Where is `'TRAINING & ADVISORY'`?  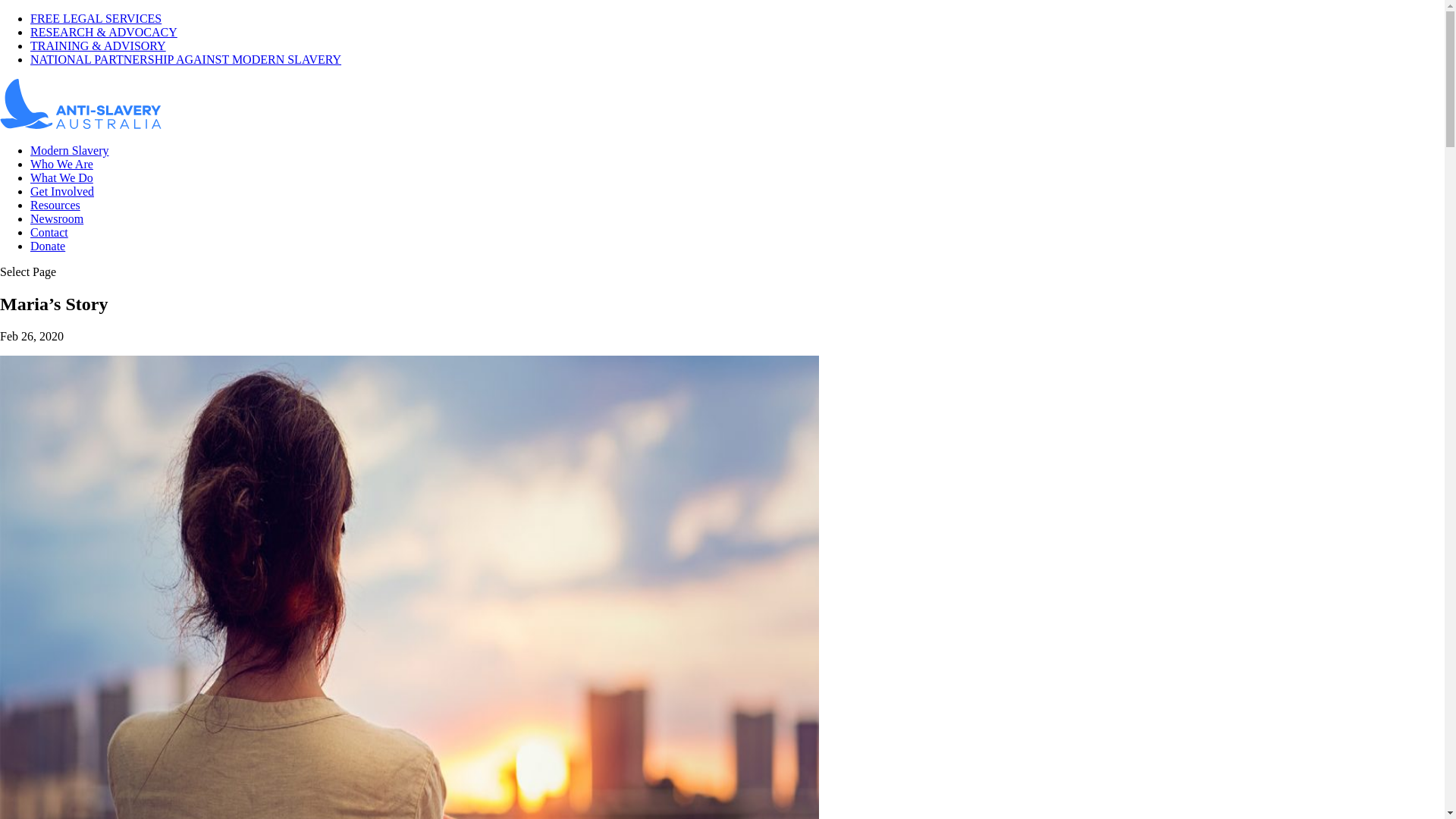
'TRAINING & ADVISORY' is located at coordinates (97, 45).